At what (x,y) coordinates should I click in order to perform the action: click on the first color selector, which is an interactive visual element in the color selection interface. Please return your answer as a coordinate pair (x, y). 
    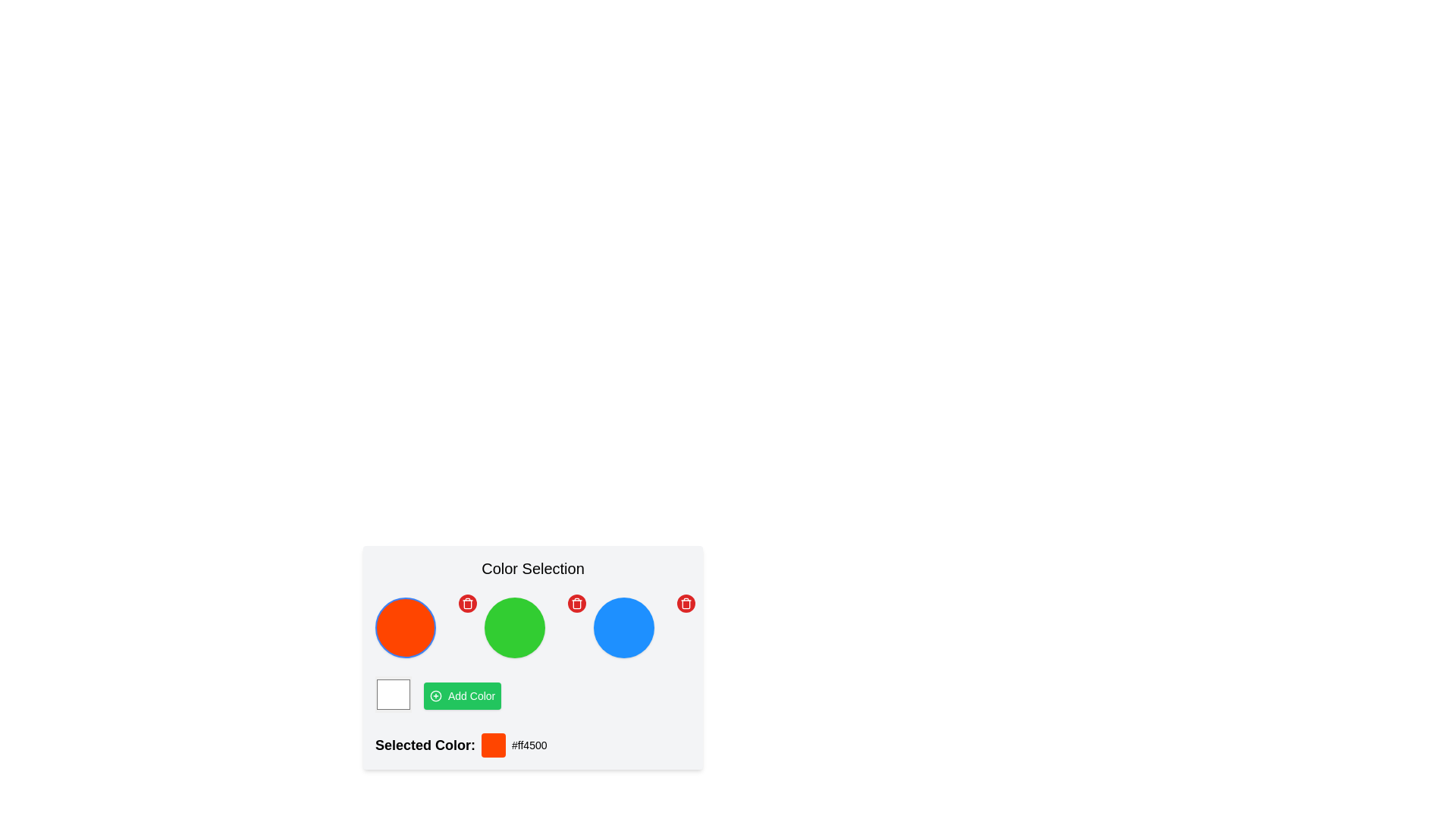
    Looking at the image, I should click on (423, 628).